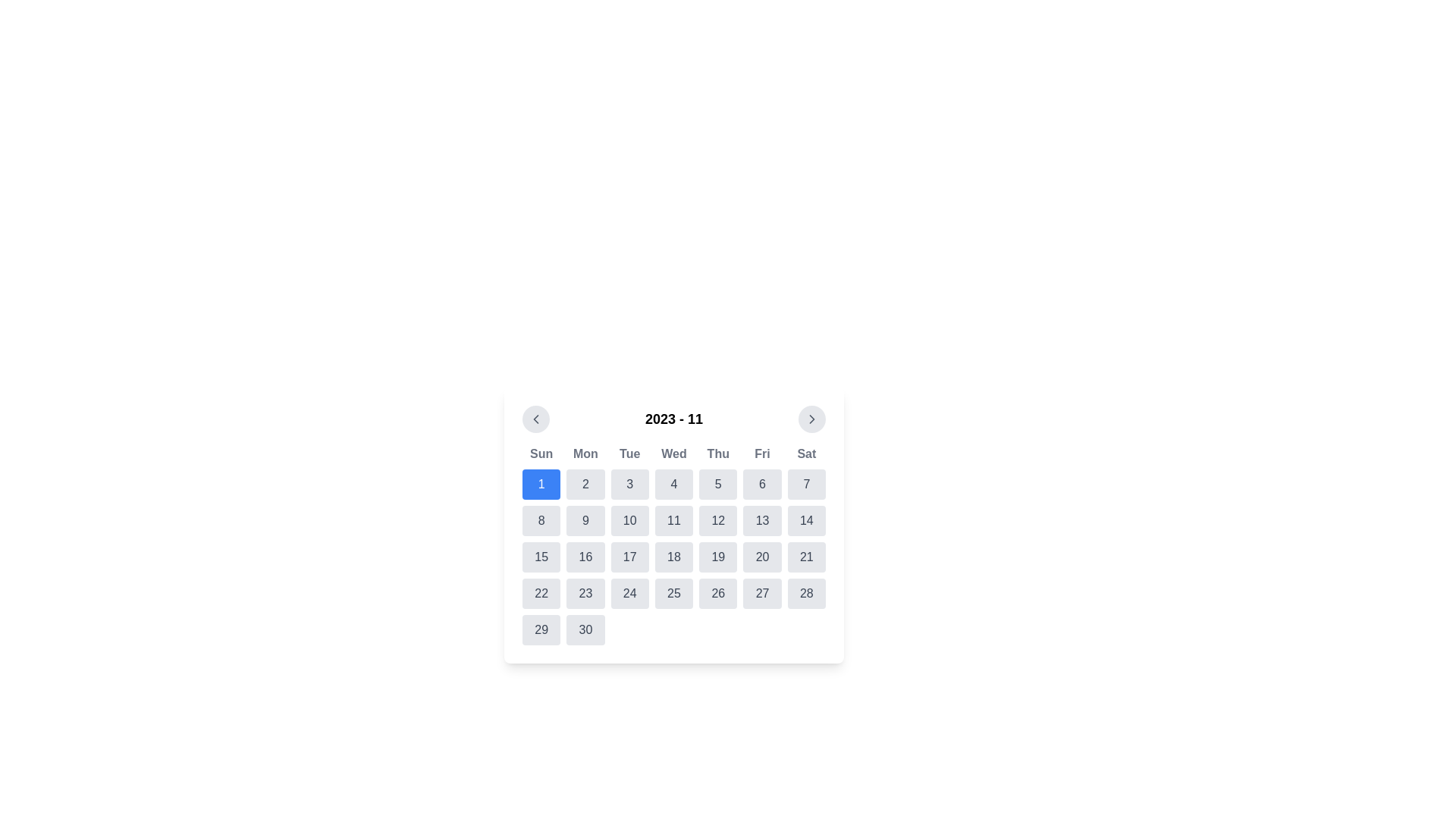 This screenshot has width=1456, height=819. I want to click on the navigational button for moving to the next month in the calendar view, so click(811, 419).